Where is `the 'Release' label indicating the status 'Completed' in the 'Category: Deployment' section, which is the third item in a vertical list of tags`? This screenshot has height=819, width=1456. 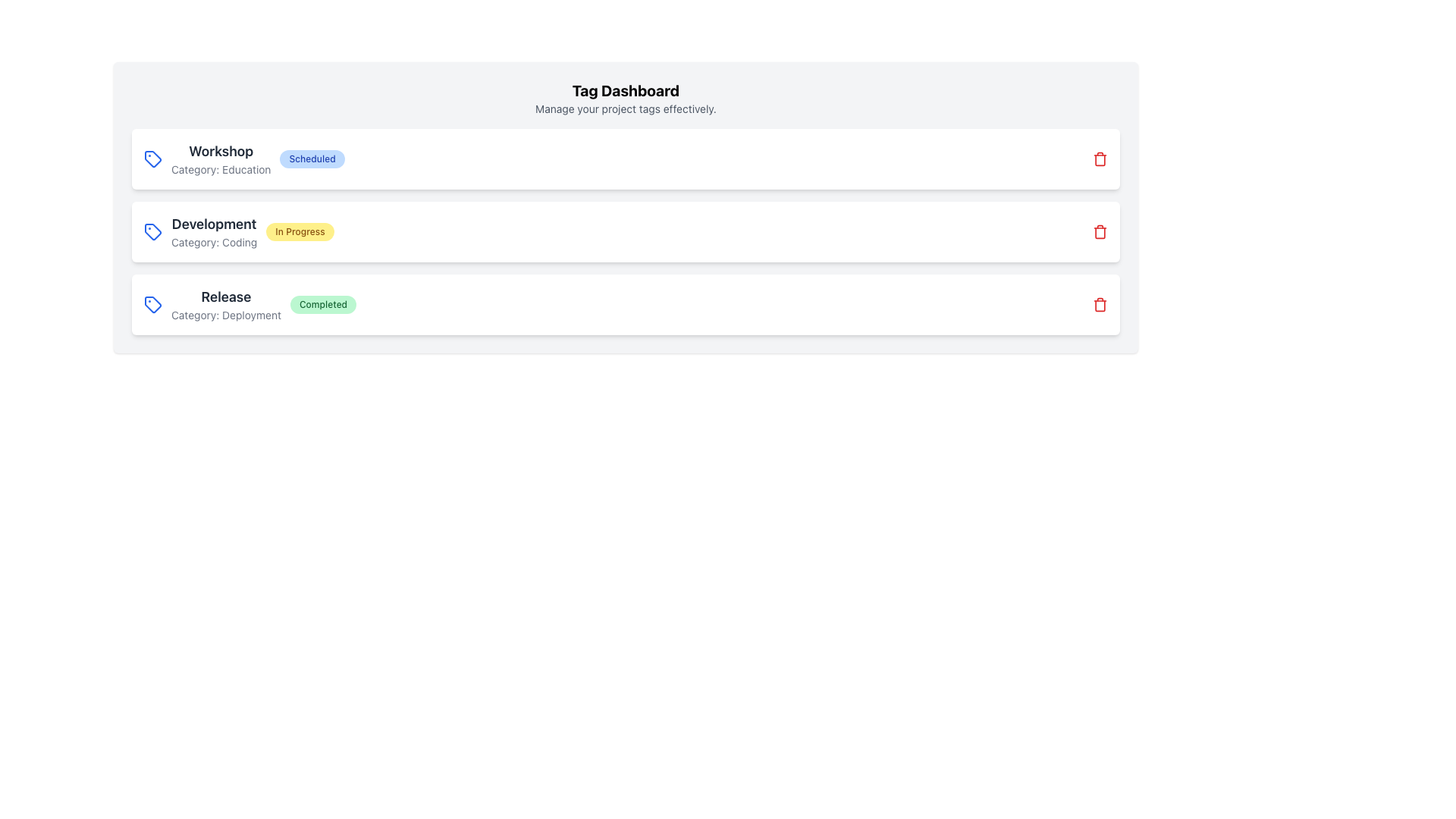
the 'Release' label indicating the status 'Completed' in the 'Category: Deployment' section, which is the third item in a vertical list of tags is located at coordinates (250, 304).